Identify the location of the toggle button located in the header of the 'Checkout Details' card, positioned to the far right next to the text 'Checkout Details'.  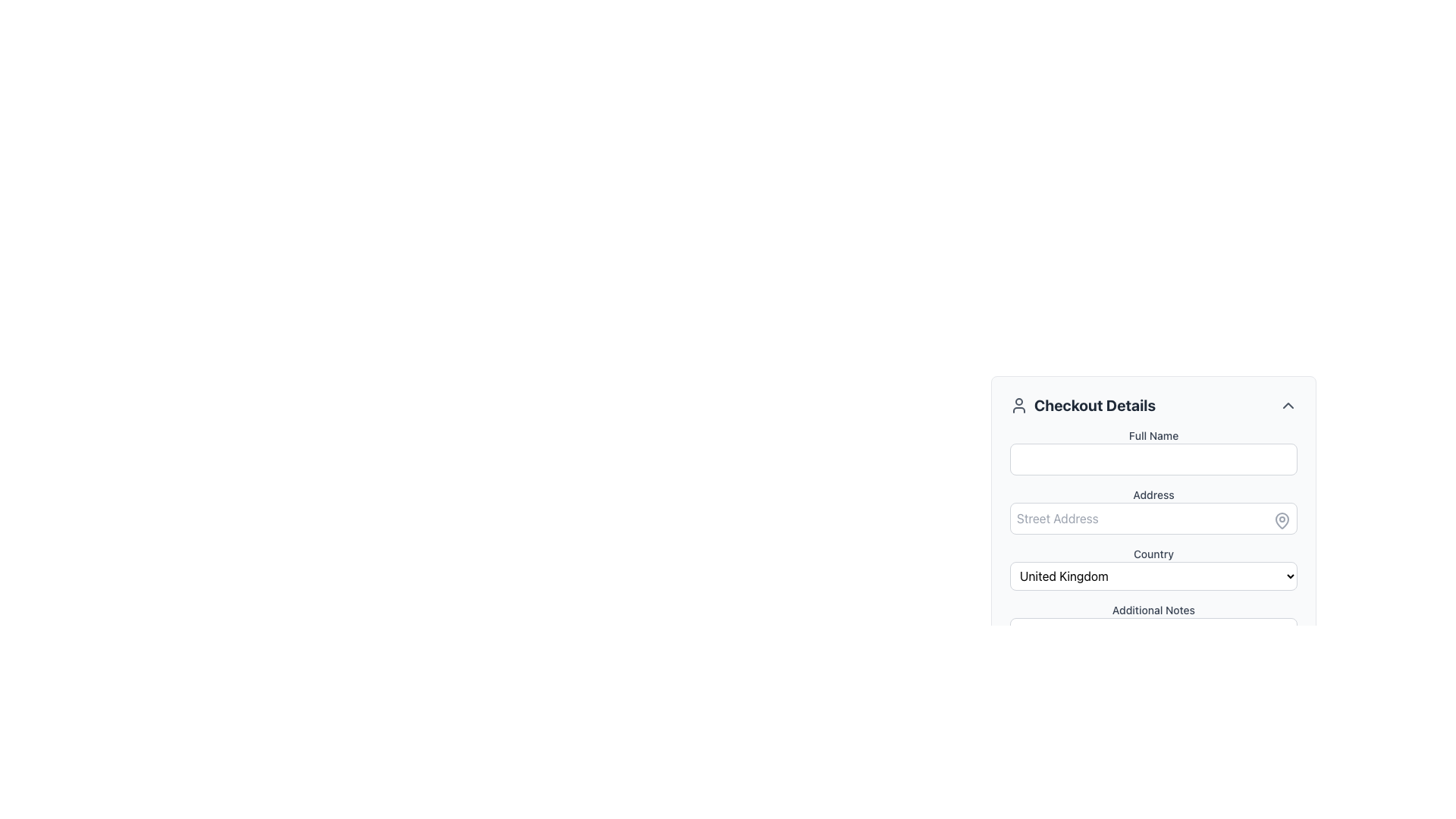
(1288, 405).